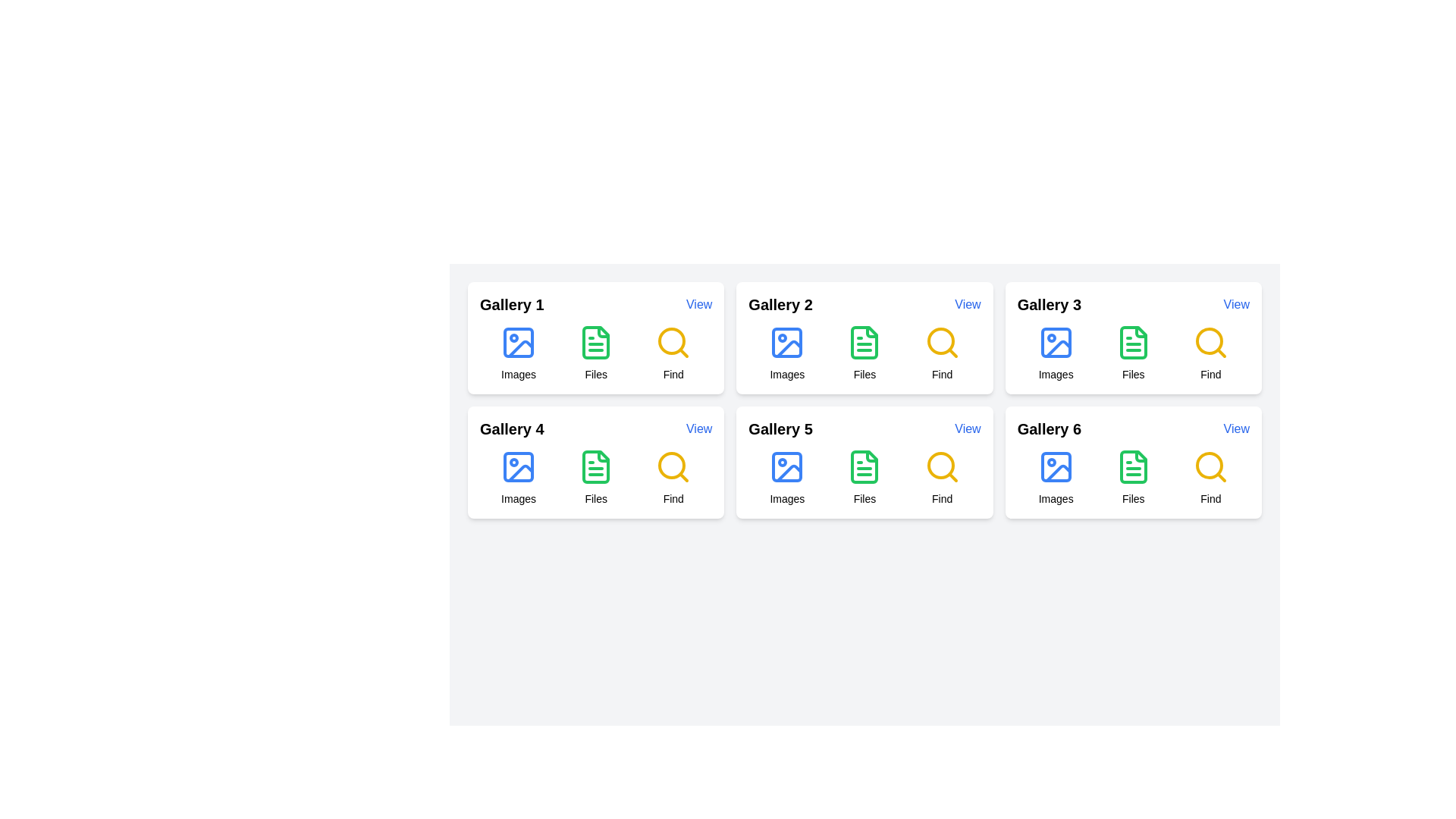  What do you see at coordinates (1133, 353) in the screenshot?
I see `the green document icon labeled 'Files', which is positioned between the 'Images' and 'Find' icons in the 'Gallery 3' group` at bounding box center [1133, 353].